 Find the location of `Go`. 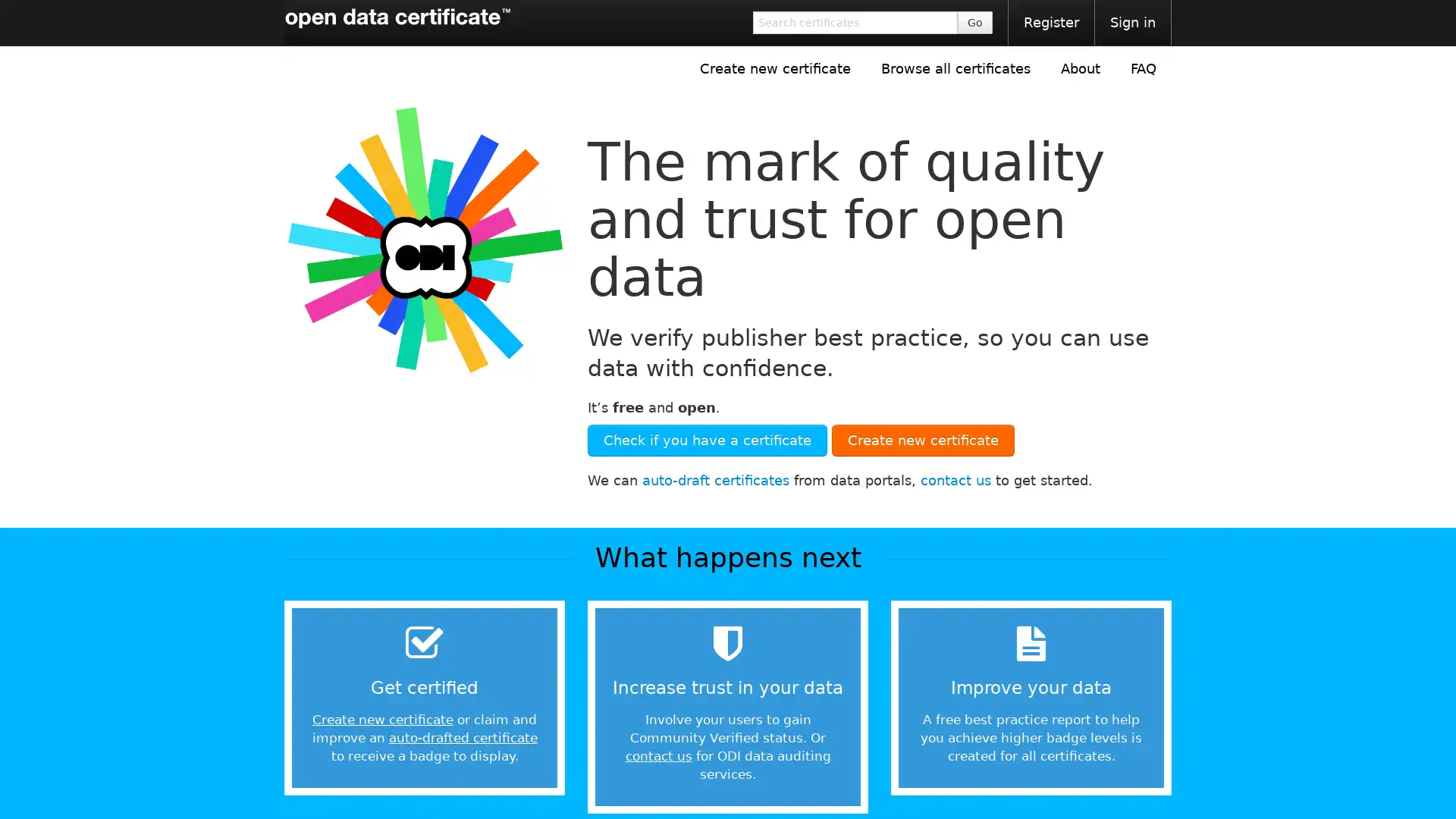

Go is located at coordinates (975, 23).